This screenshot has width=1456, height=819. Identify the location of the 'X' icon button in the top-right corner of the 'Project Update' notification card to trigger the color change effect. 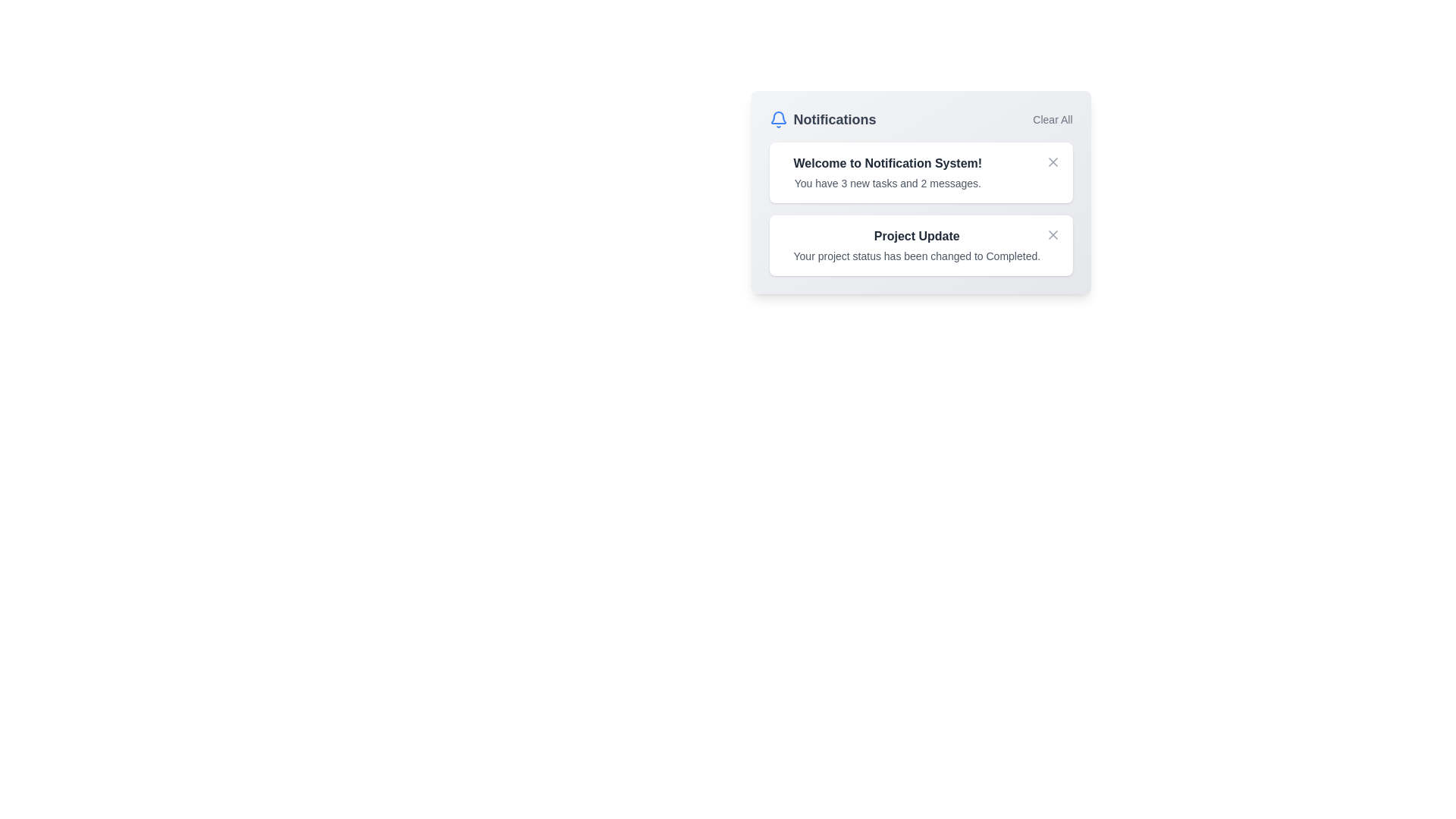
(1052, 234).